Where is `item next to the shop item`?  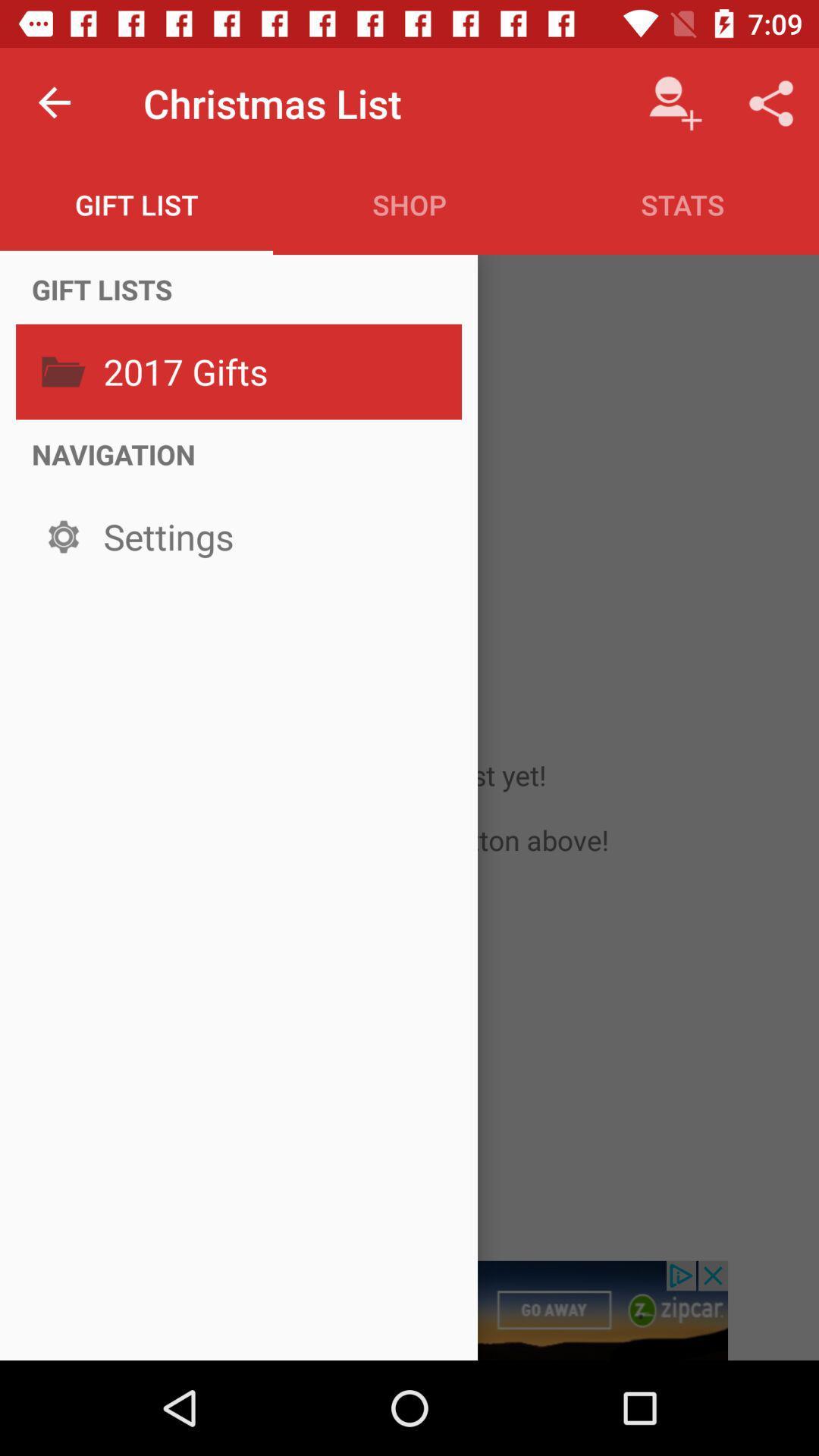
item next to the shop item is located at coordinates (675, 102).